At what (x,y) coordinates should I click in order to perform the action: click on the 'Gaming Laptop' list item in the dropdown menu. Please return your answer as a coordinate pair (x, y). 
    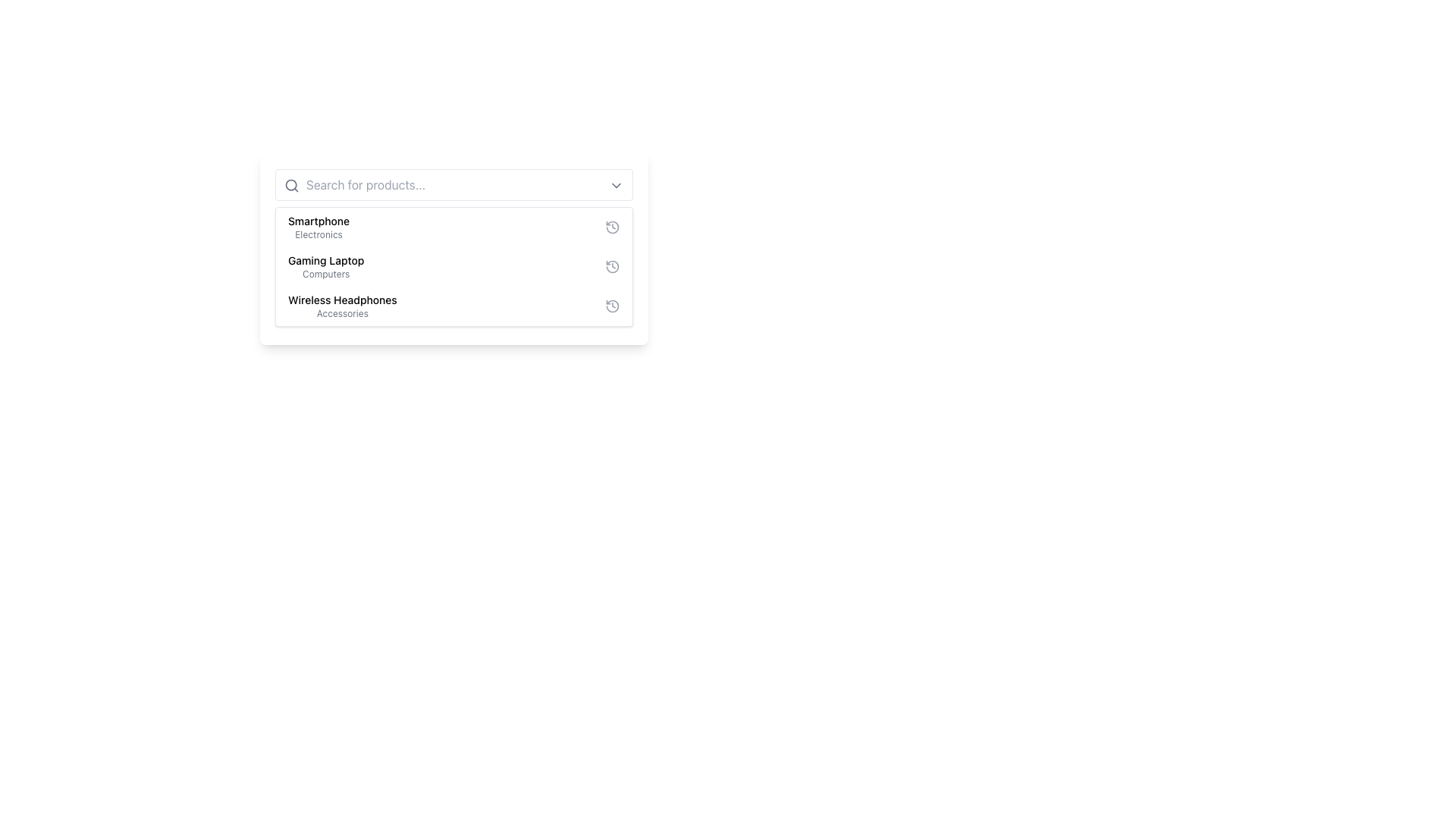
    Looking at the image, I should click on (453, 265).